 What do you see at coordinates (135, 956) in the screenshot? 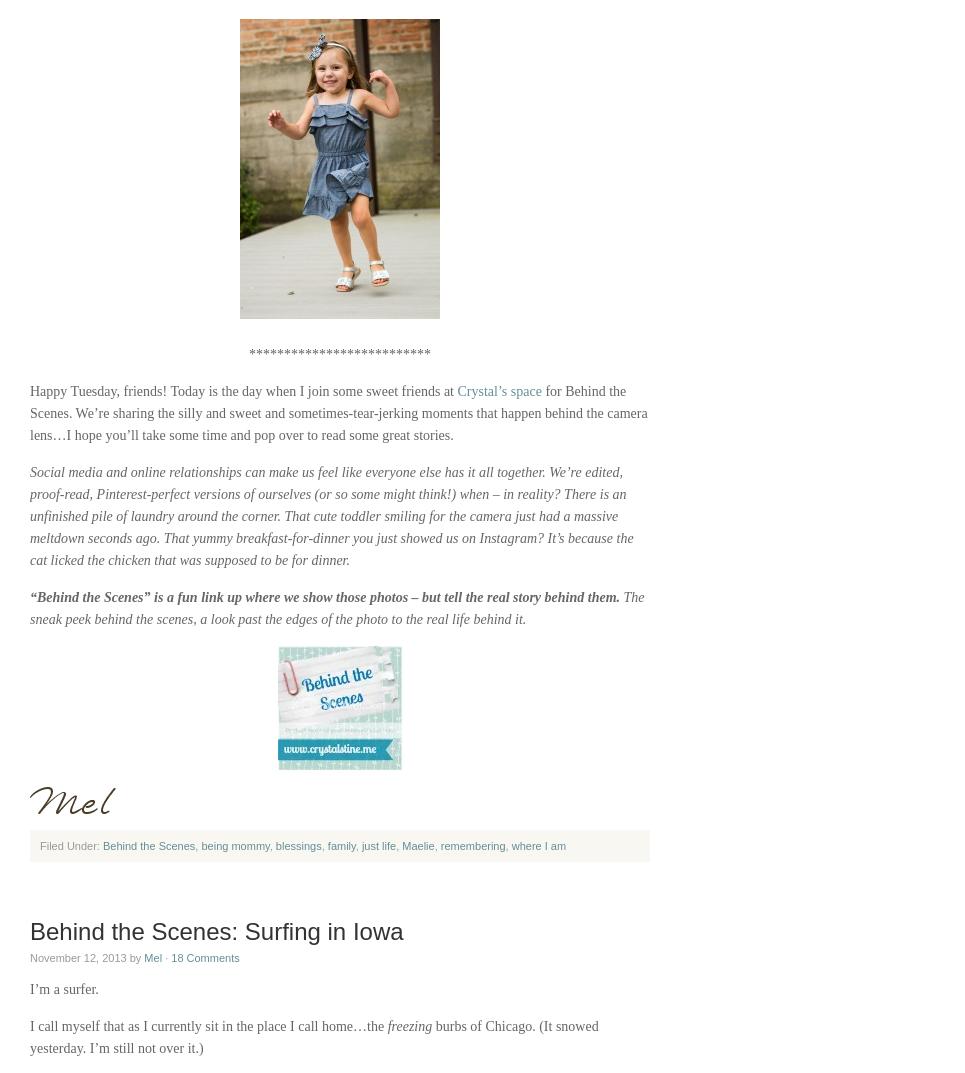
I see `'by'` at bounding box center [135, 956].